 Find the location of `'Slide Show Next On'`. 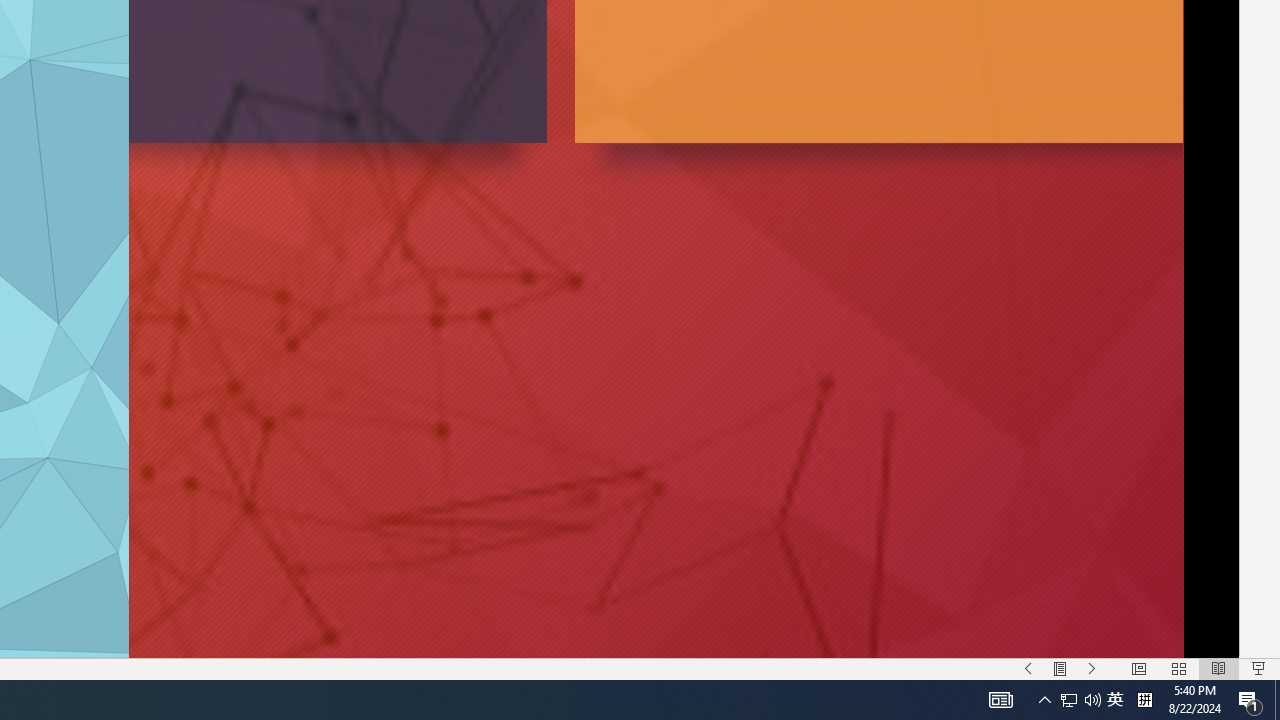

'Slide Show Next On' is located at coordinates (1091, 669).